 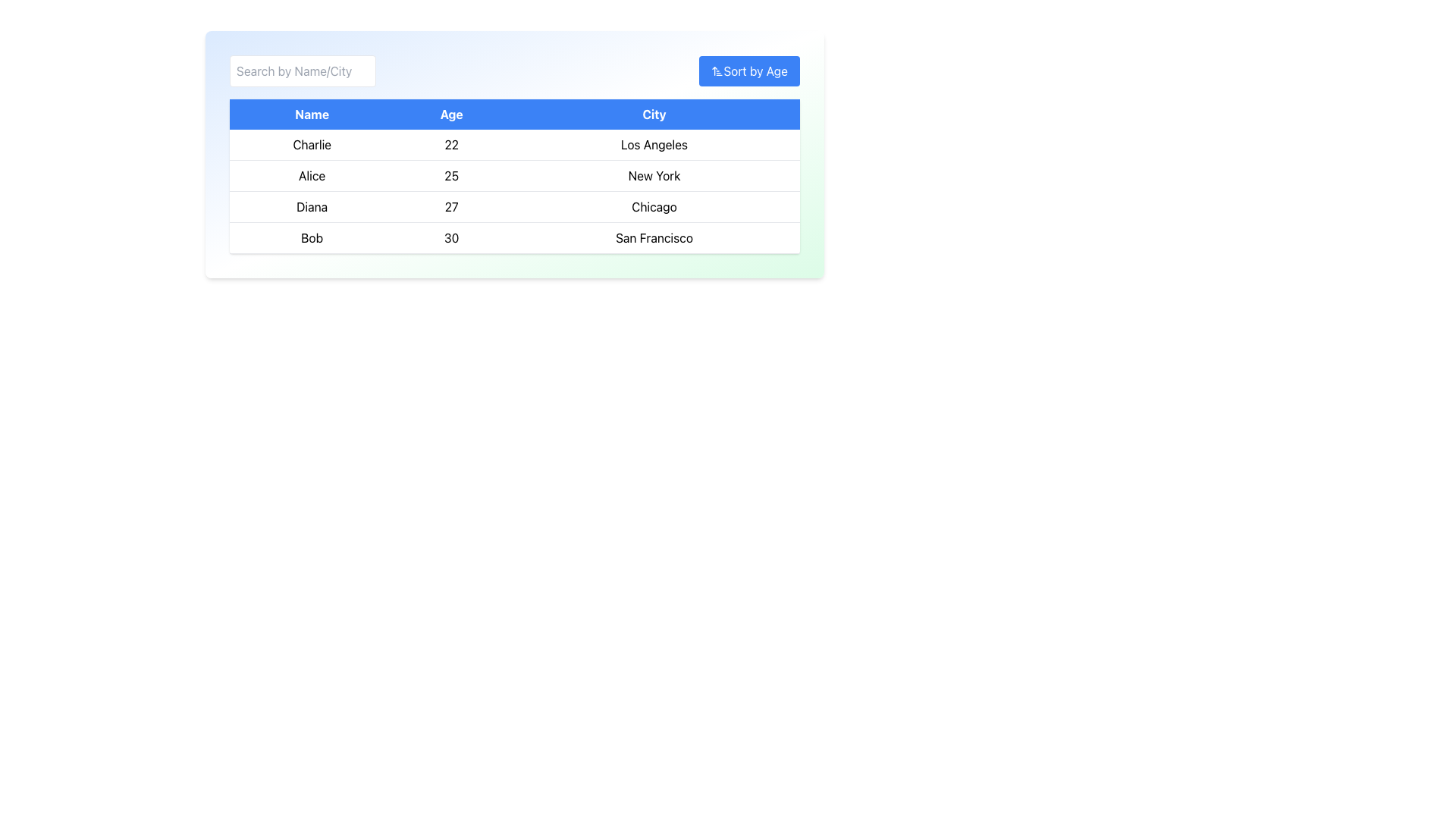 What do you see at coordinates (654, 207) in the screenshot?
I see `the text element representing the city associated with the person 'Diana', located in the third row of the table under the 'City' column` at bounding box center [654, 207].